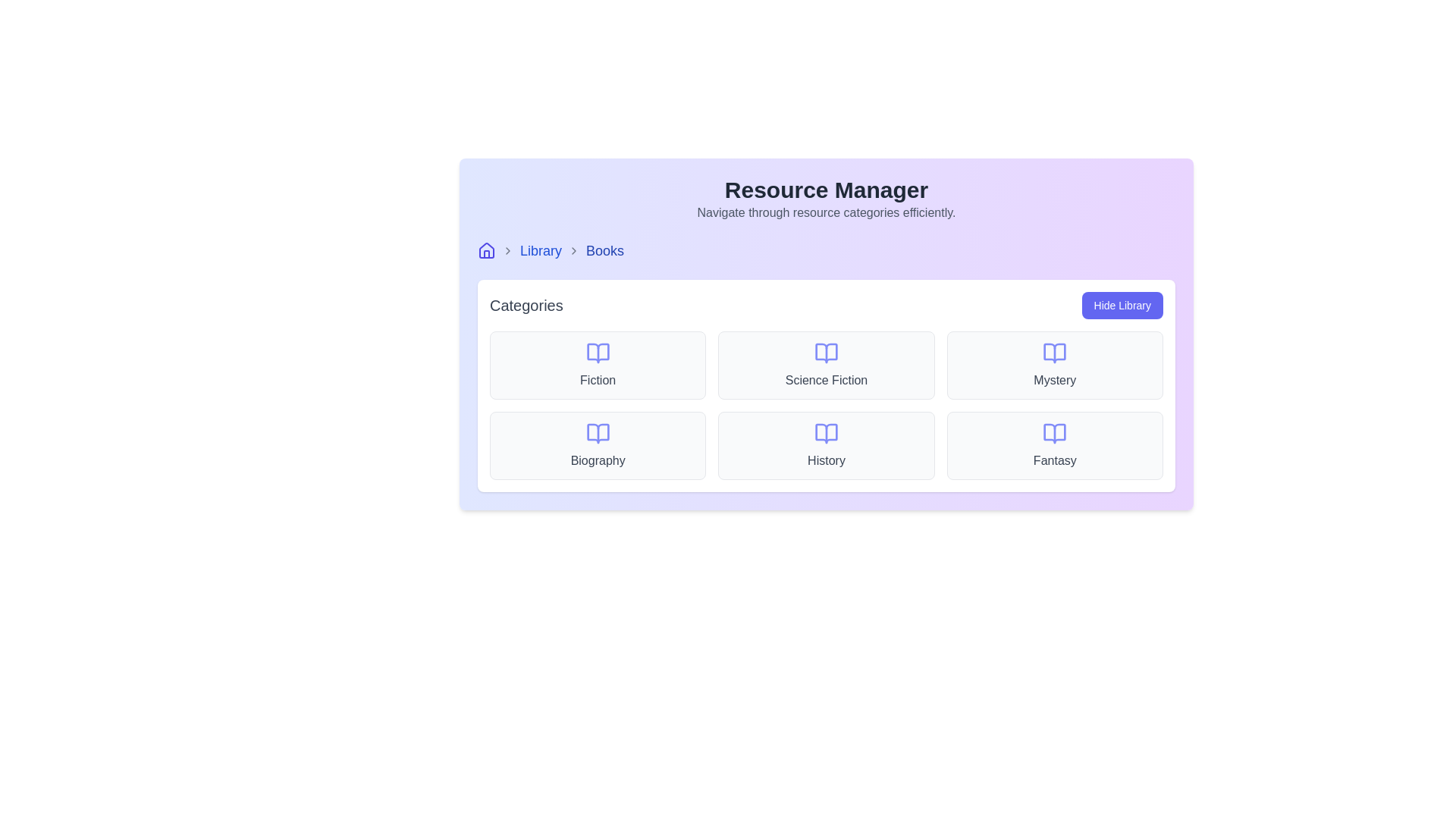  Describe the element at coordinates (825, 353) in the screenshot. I see `the 'Science Fiction' category icon located at the top-center of the section, between the 'Fiction' and 'Mystery' labels` at that location.